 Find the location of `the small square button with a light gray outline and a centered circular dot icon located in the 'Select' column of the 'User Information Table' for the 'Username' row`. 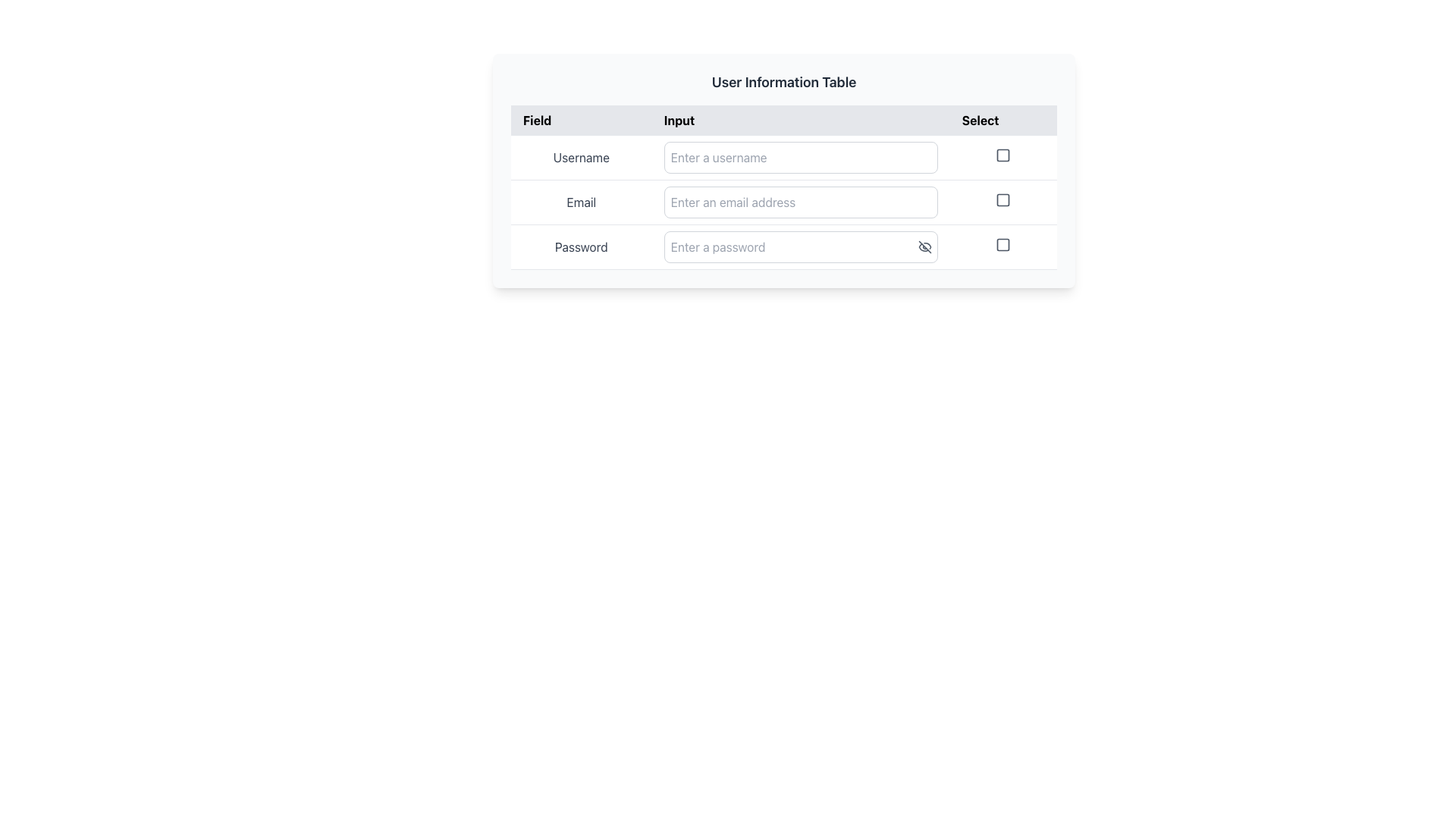

the small square button with a light gray outline and a centered circular dot icon located in the 'Select' column of the 'User Information Table' for the 'Username' row is located at coordinates (1003, 155).